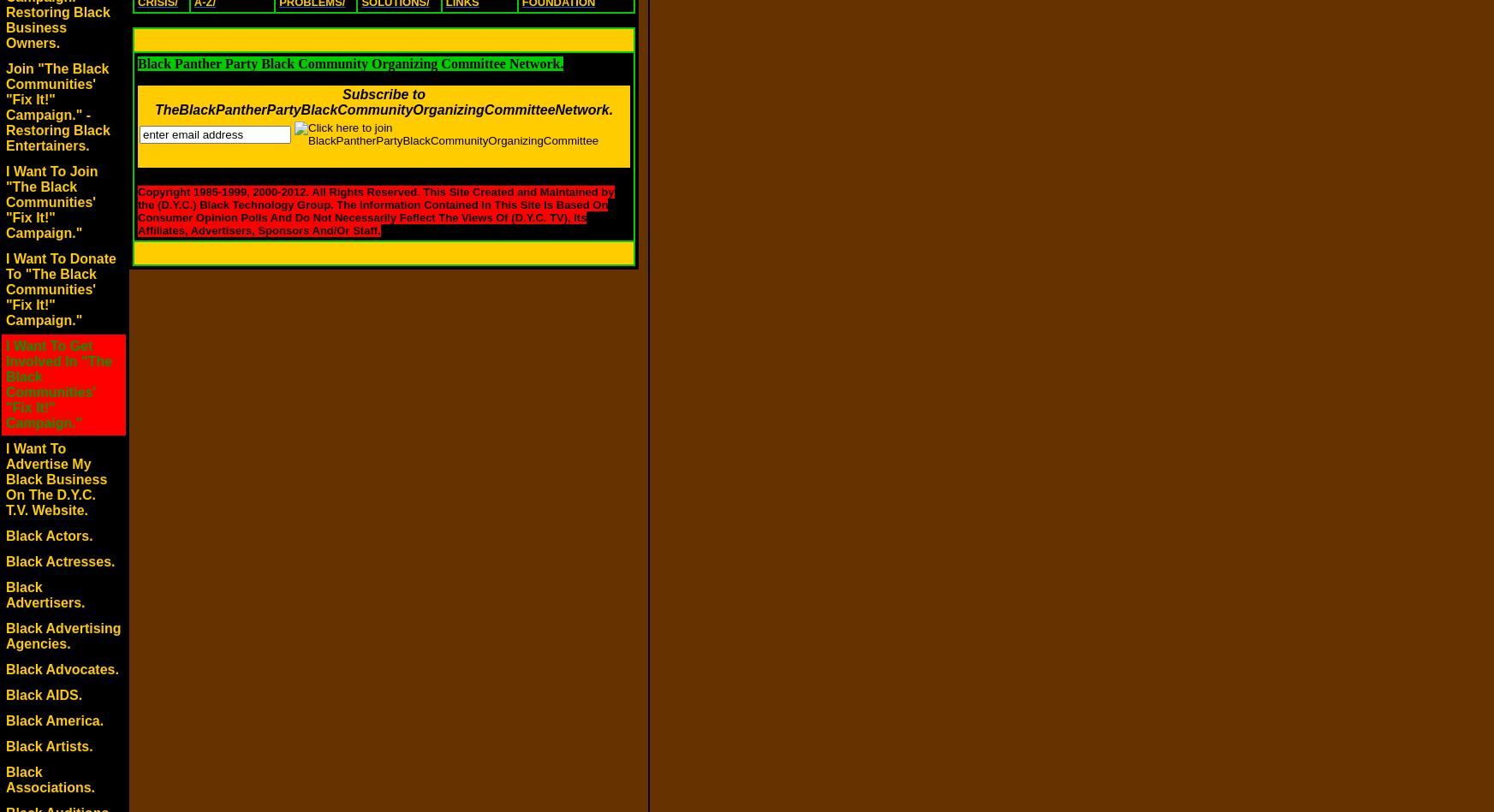  Describe the element at coordinates (48, 535) in the screenshot. I see `'Black Actors.'` at that location.